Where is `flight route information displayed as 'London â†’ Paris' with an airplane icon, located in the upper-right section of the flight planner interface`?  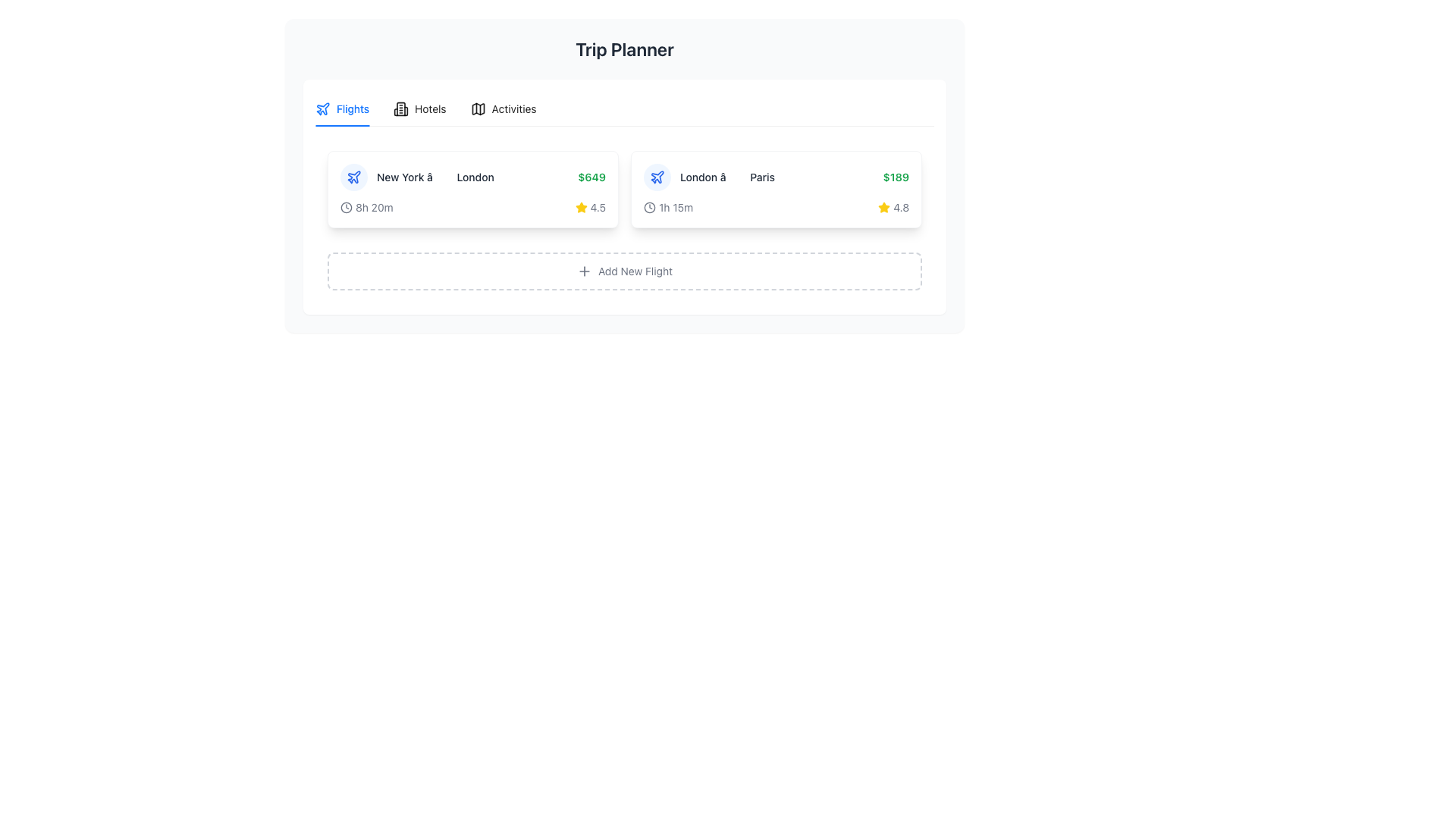
flight route information displayed as 'London â†’ Paris' with an airplane icon, located in the upper-right section of the flight planner interface is located at coordinates (708, 177).